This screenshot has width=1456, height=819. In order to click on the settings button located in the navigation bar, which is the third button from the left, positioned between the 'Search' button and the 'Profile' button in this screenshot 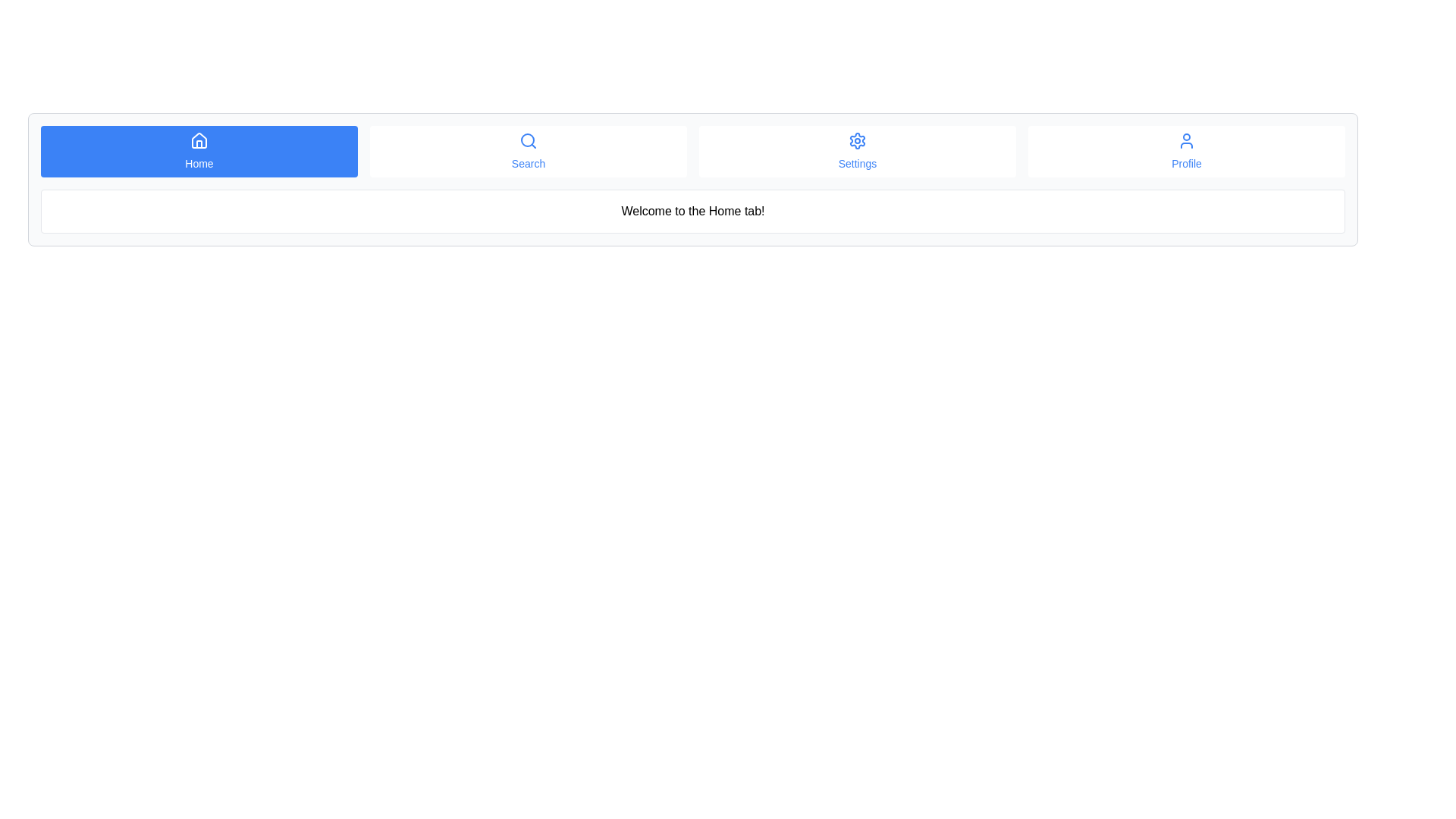, I will do `click(858, 152)`.